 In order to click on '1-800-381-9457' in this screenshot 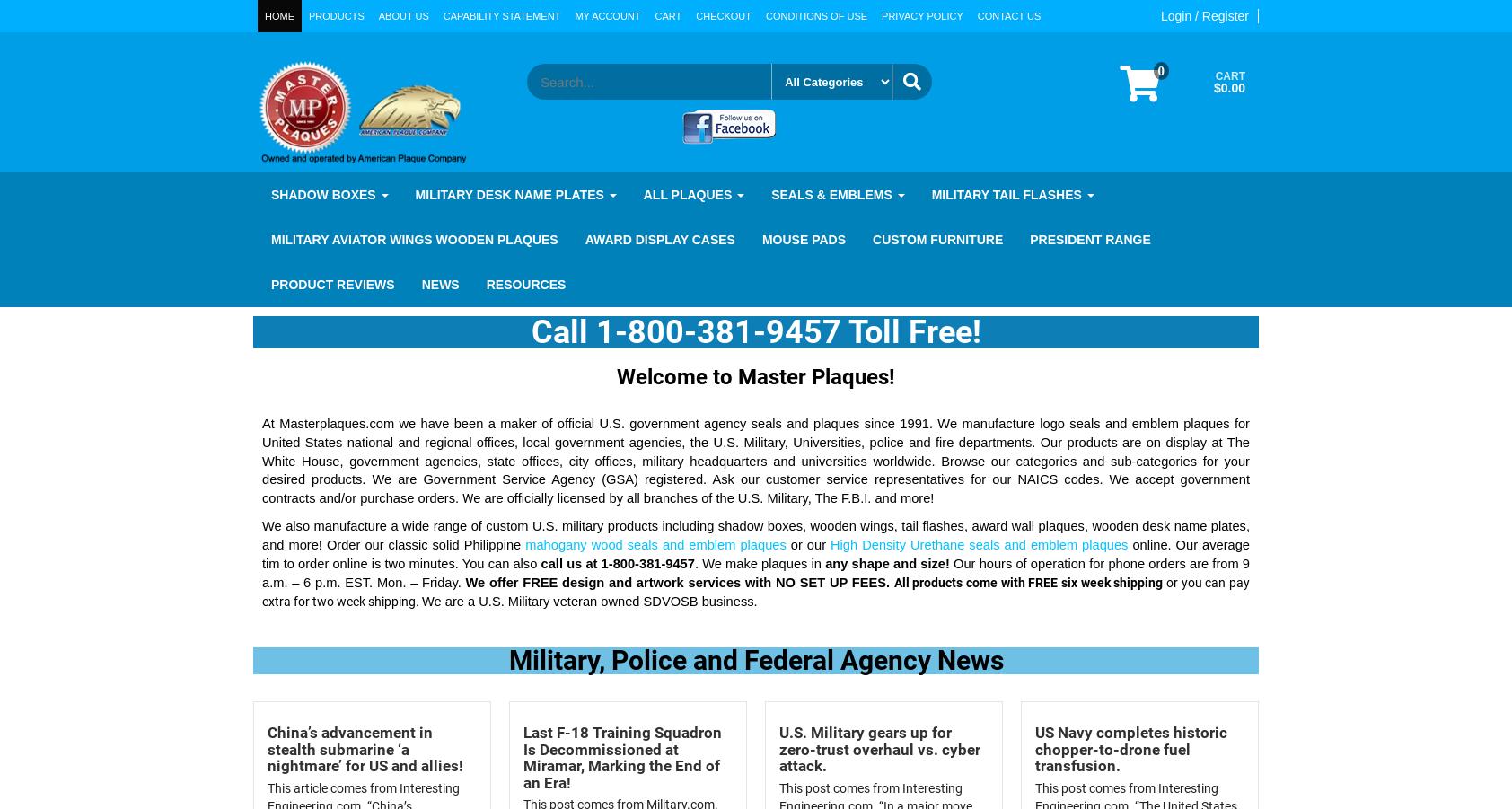, I will do `click(646, 562)`.